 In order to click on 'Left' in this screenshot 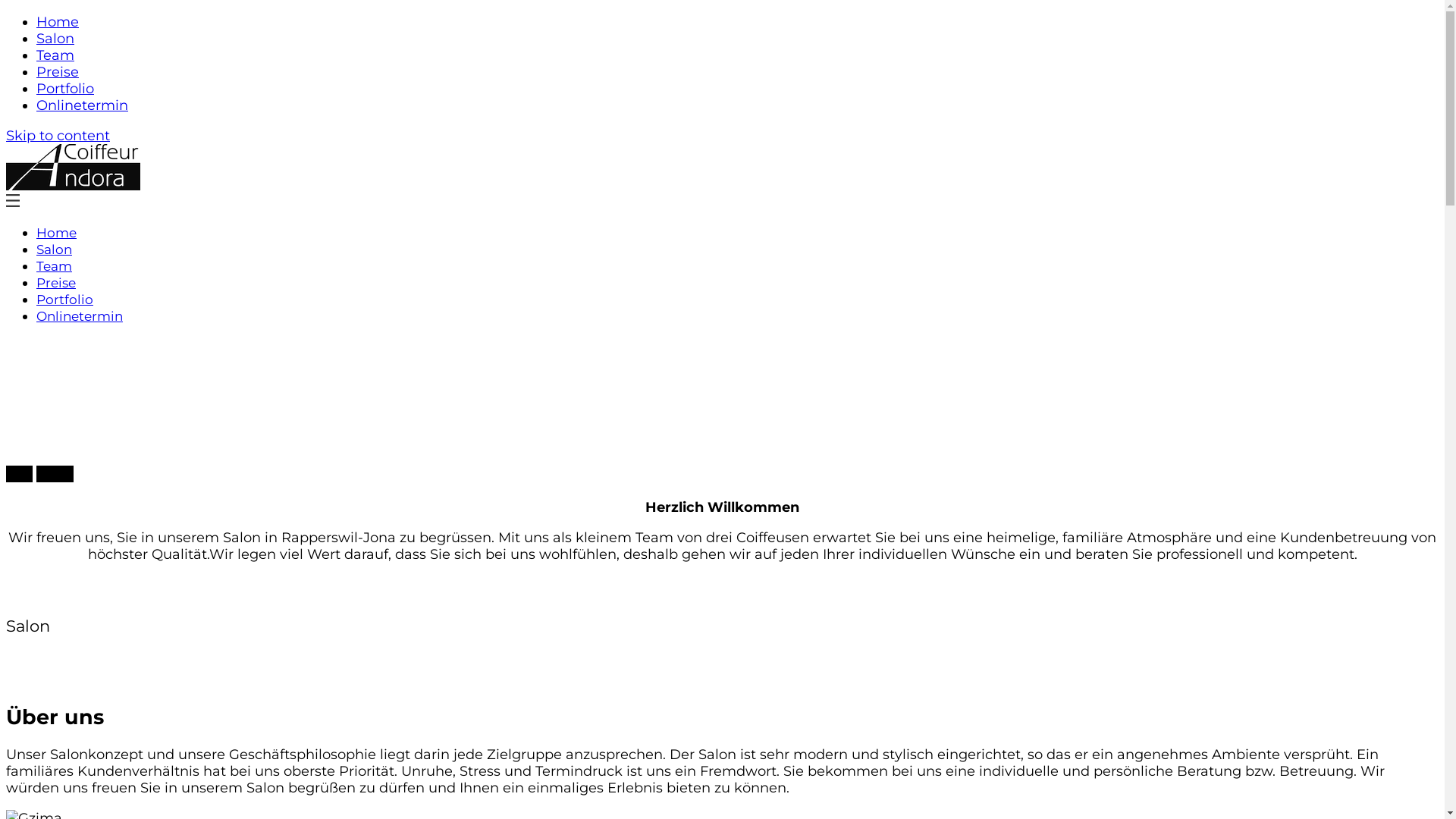, I will do `click(6, 472)`.